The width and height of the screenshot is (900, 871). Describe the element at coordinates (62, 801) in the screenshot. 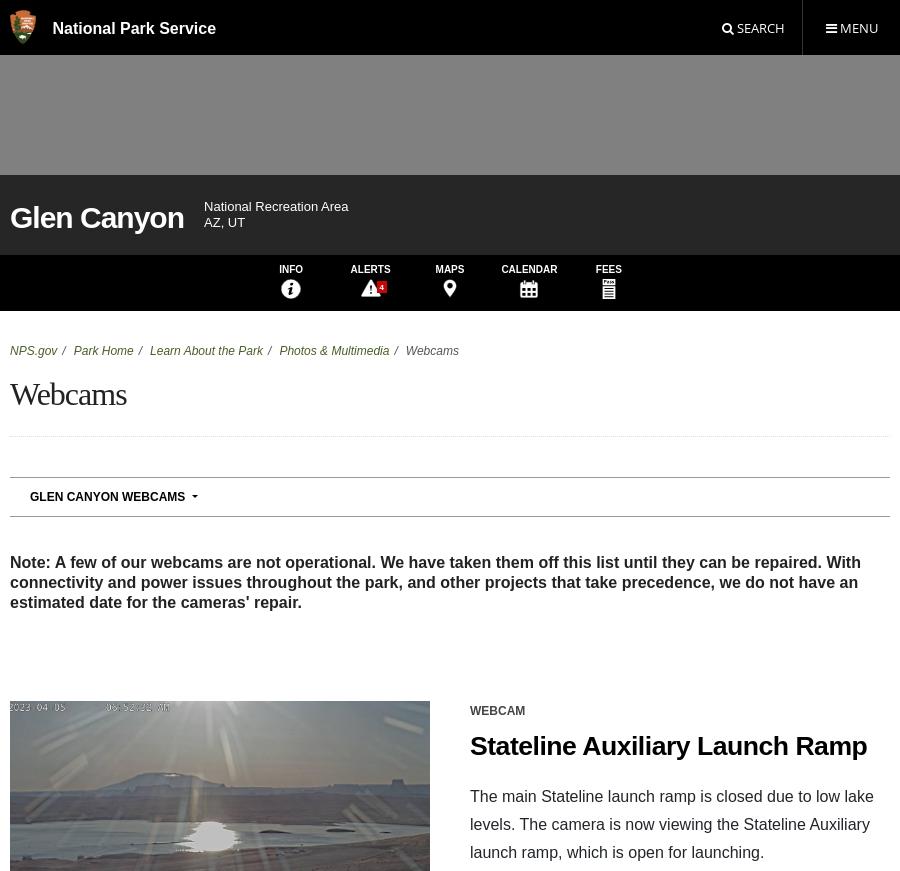

I see `'AZ'` at that location.